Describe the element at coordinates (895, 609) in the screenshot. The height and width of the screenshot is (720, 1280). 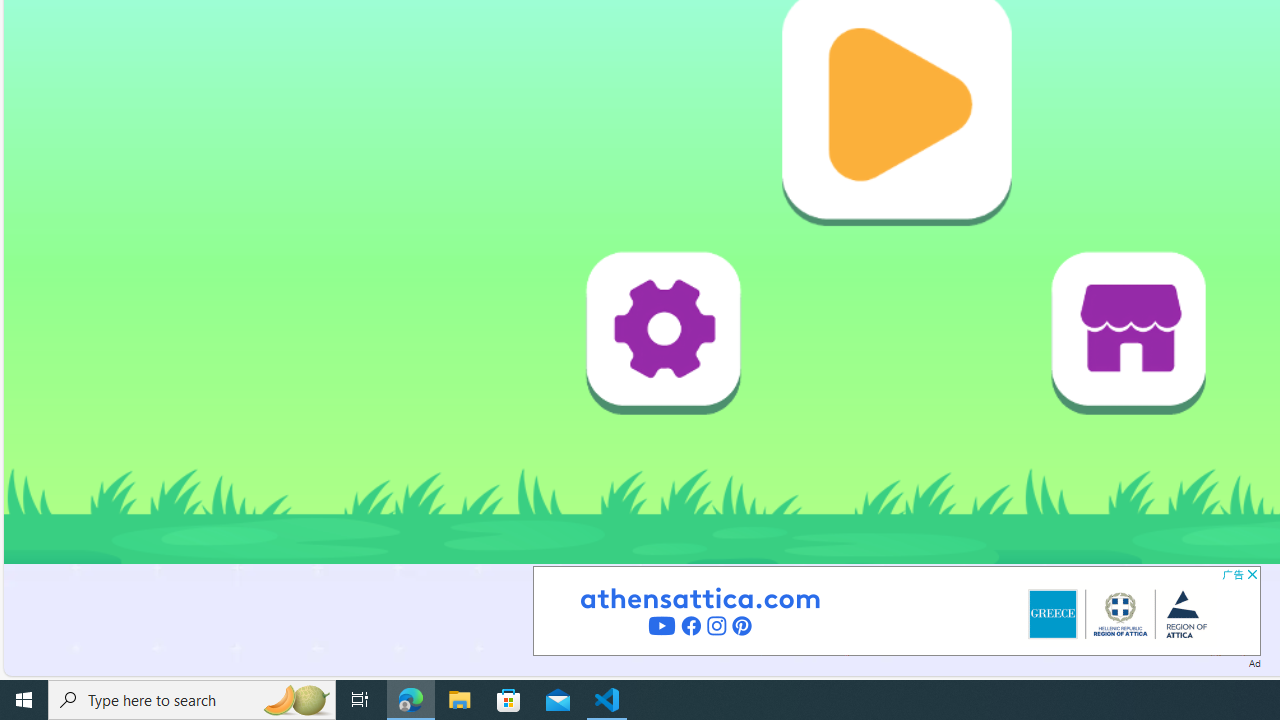
I see `'Advertisement'` at that location.